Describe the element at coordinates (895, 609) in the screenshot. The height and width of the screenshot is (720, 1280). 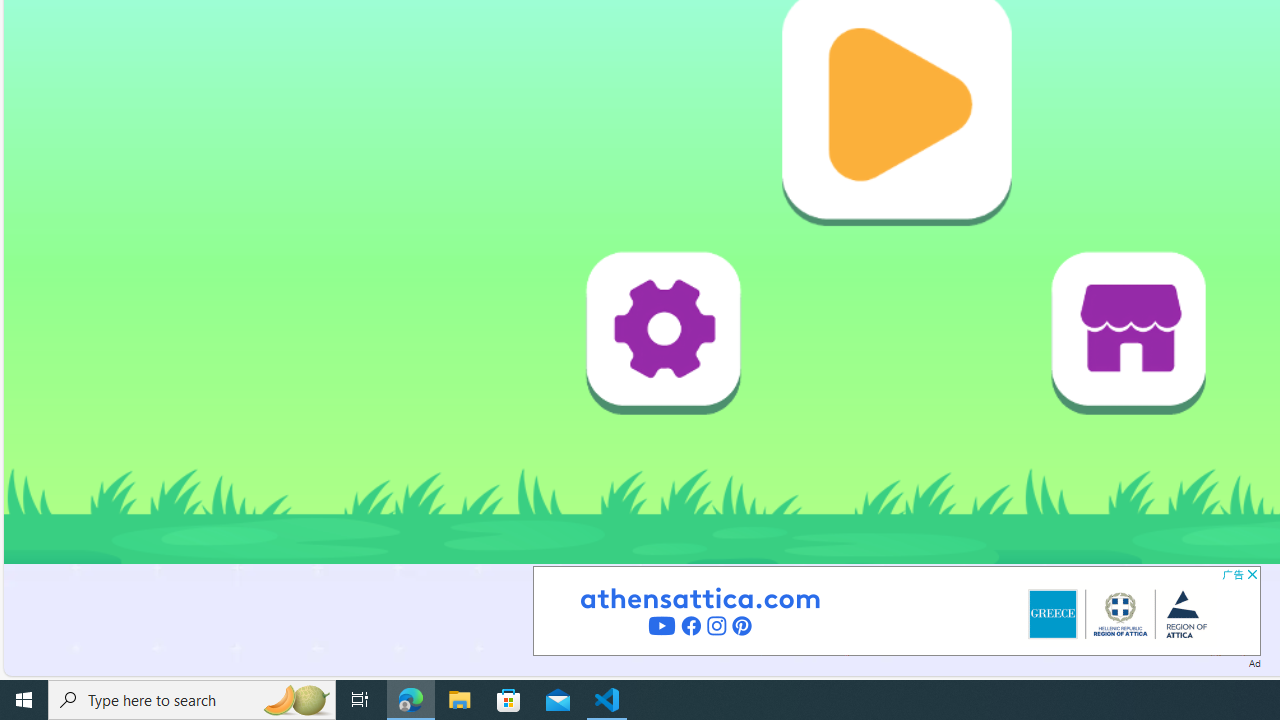
I see `'Advertisement'` at that location.